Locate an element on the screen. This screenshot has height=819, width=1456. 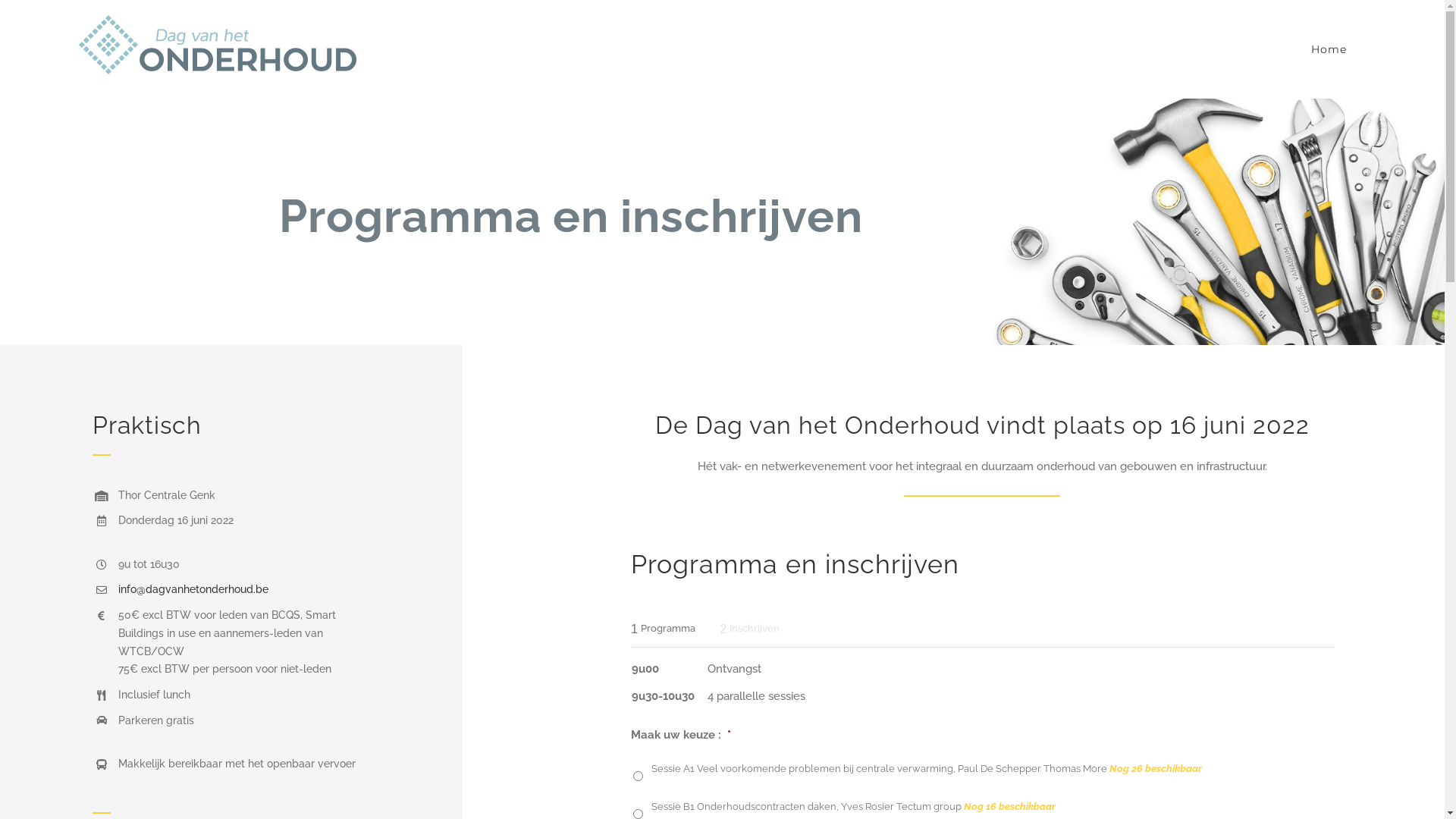
'info@dagvanhetonderhoud.be' is located at coordinates (118, 588).